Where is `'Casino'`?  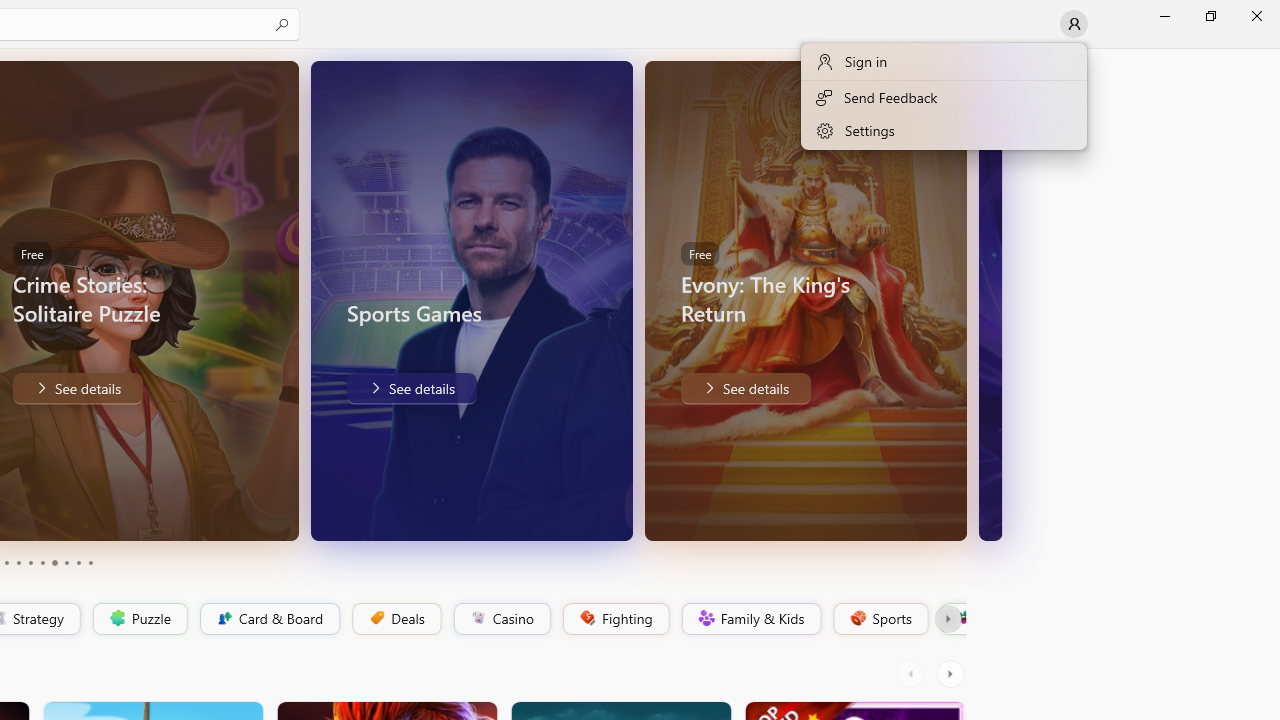
'Casino' is located at coordinates (501, 618).